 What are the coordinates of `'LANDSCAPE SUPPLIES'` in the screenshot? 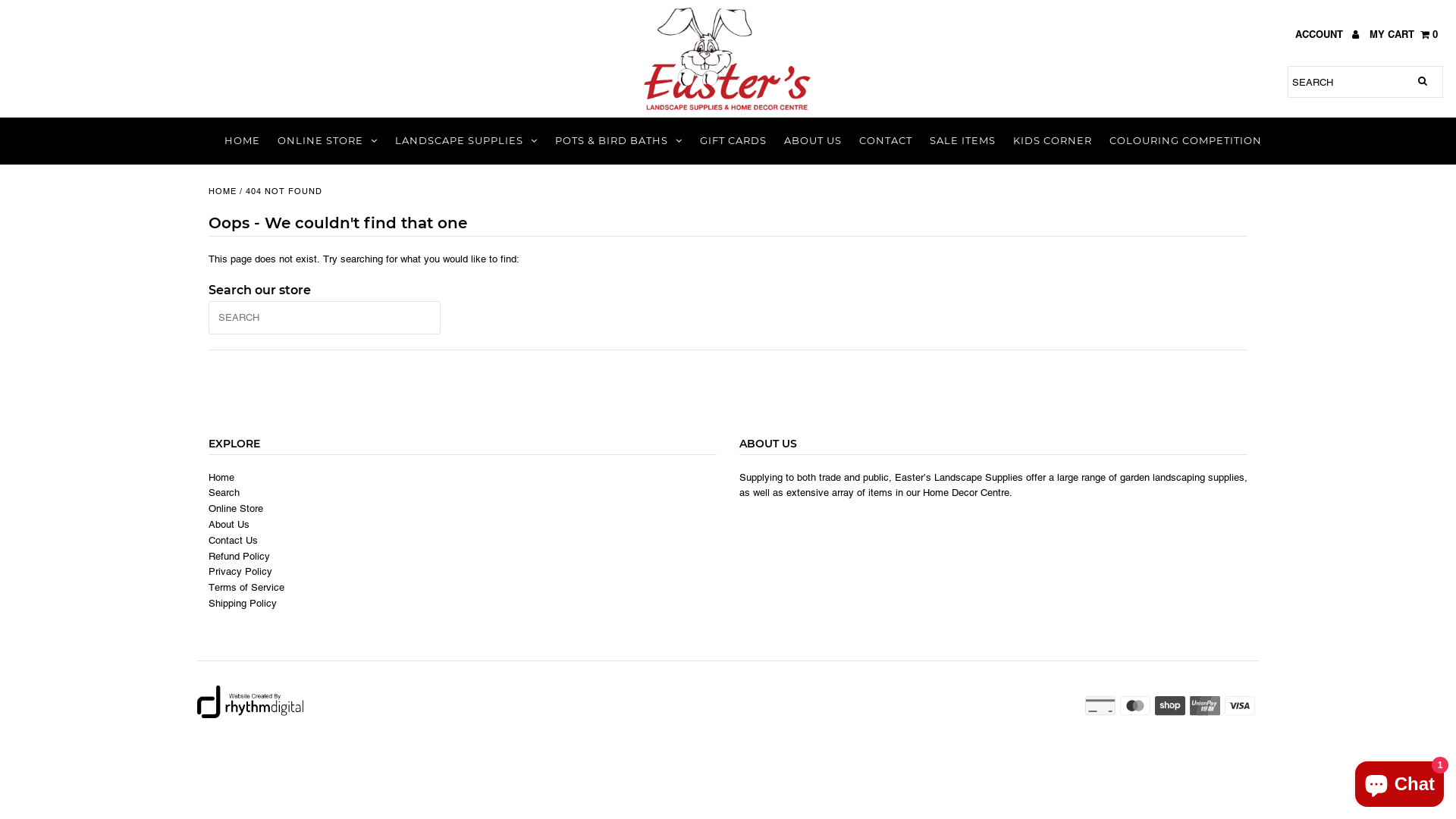 It's located at (465, 140).